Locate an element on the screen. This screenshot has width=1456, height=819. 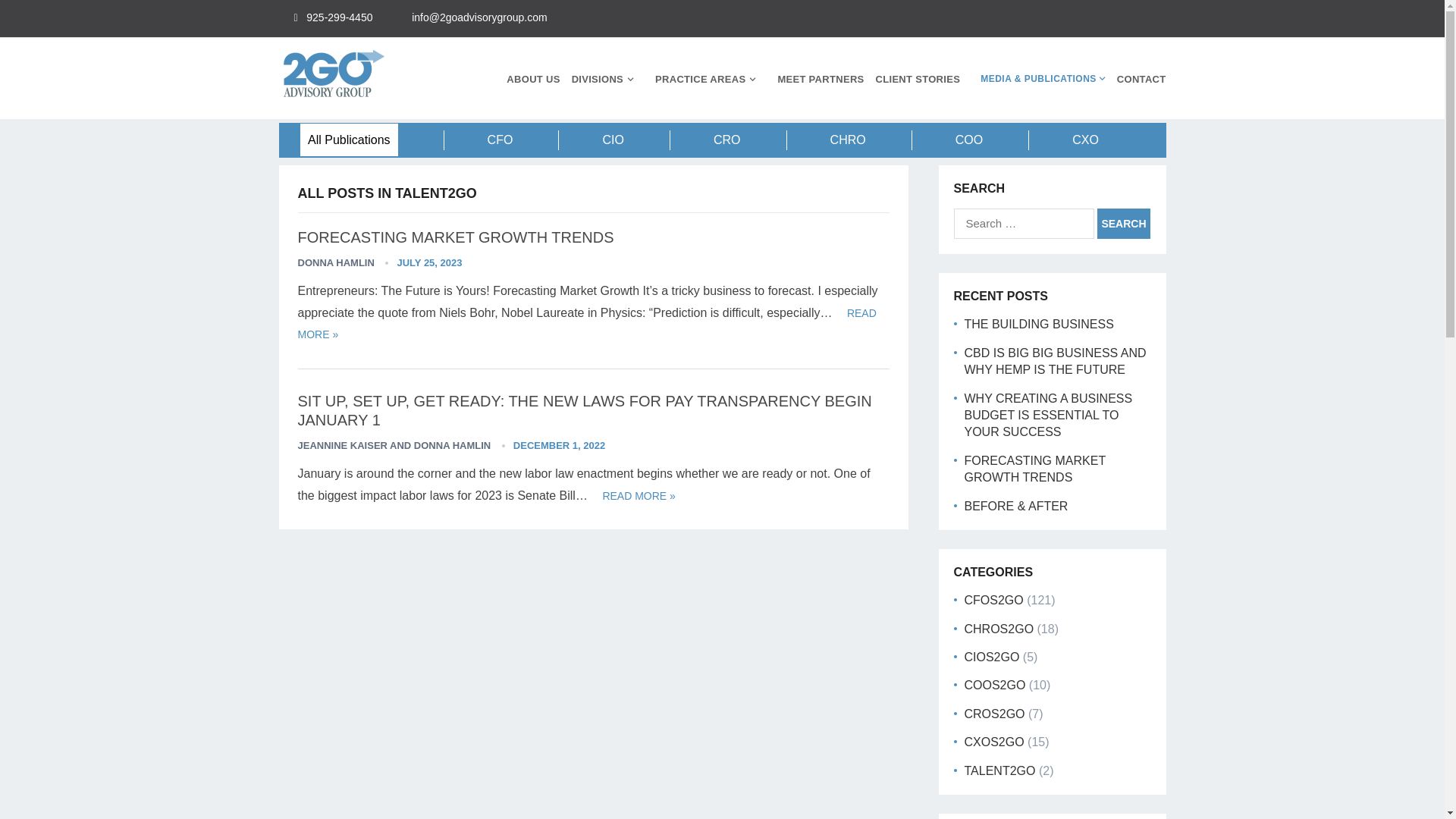
'MEDIA & PUBLICATIONS' is located at coordinates (1037, 79).